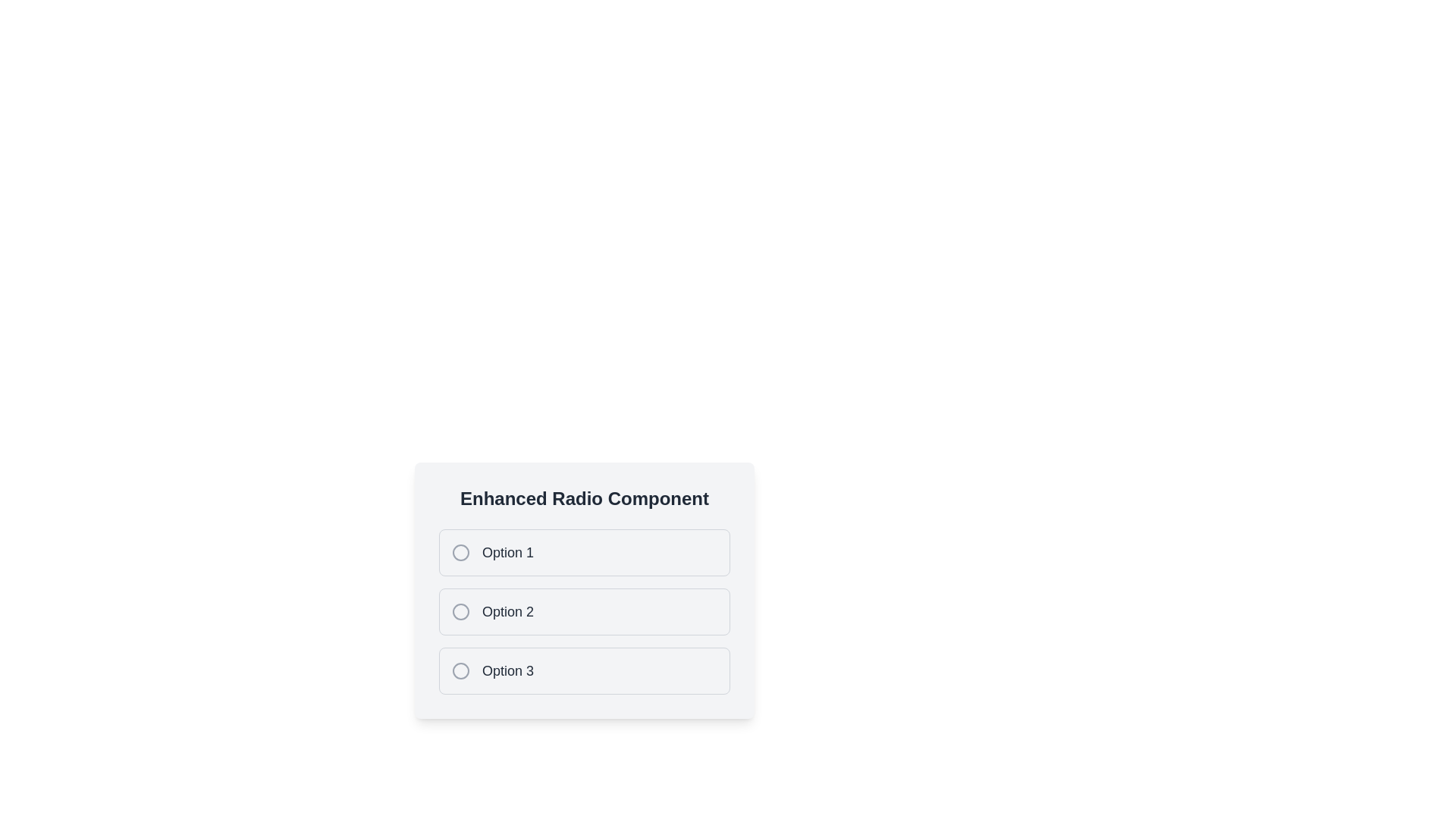 Image resolution: width=1456 pixels, height=819 pixels. Describe the element at coordinates (460, 553) in the screenshot. I see `the radio button graphic` at that location.